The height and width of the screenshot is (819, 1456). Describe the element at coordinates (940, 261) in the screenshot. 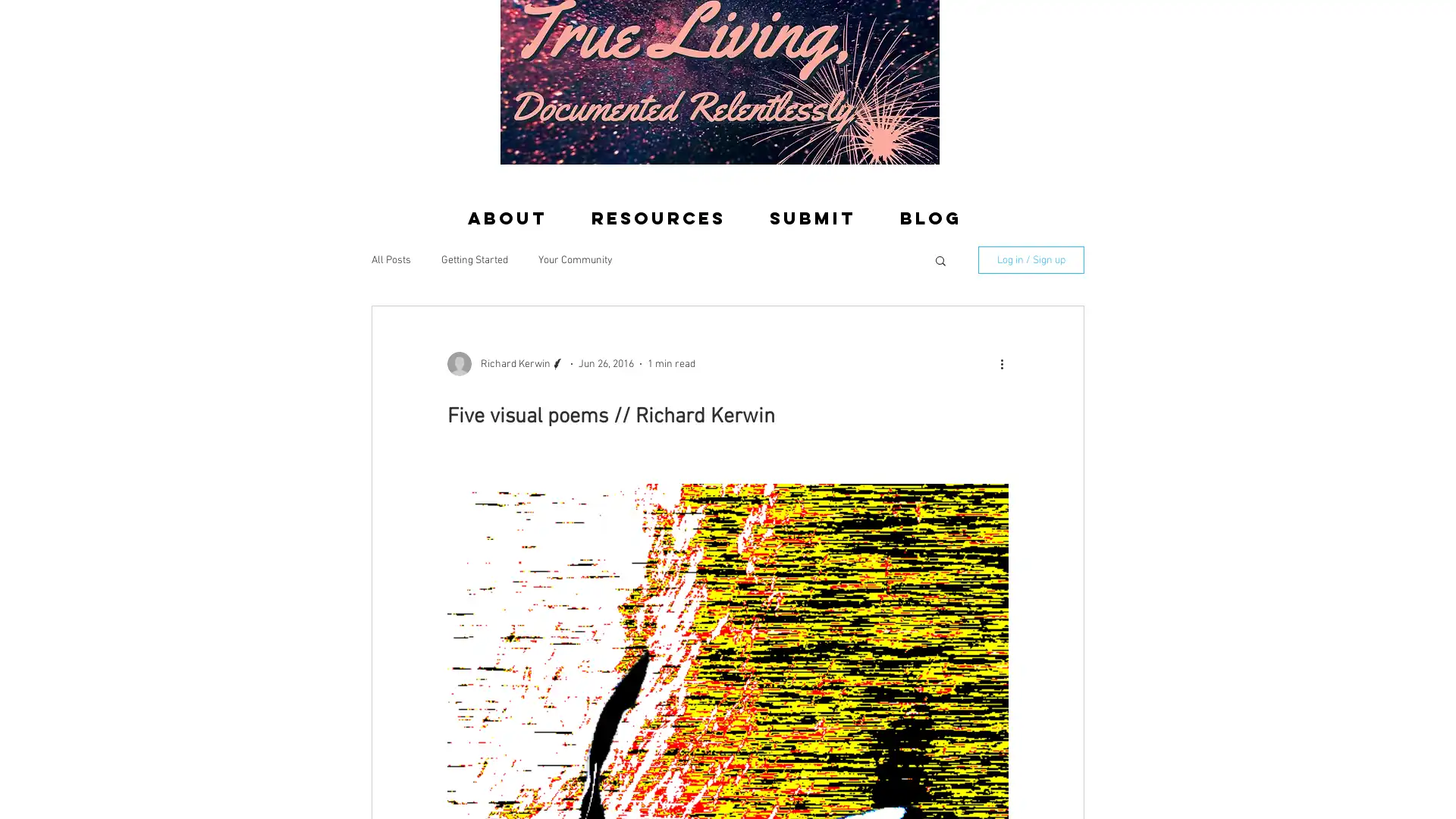

I see `Search` at that location.